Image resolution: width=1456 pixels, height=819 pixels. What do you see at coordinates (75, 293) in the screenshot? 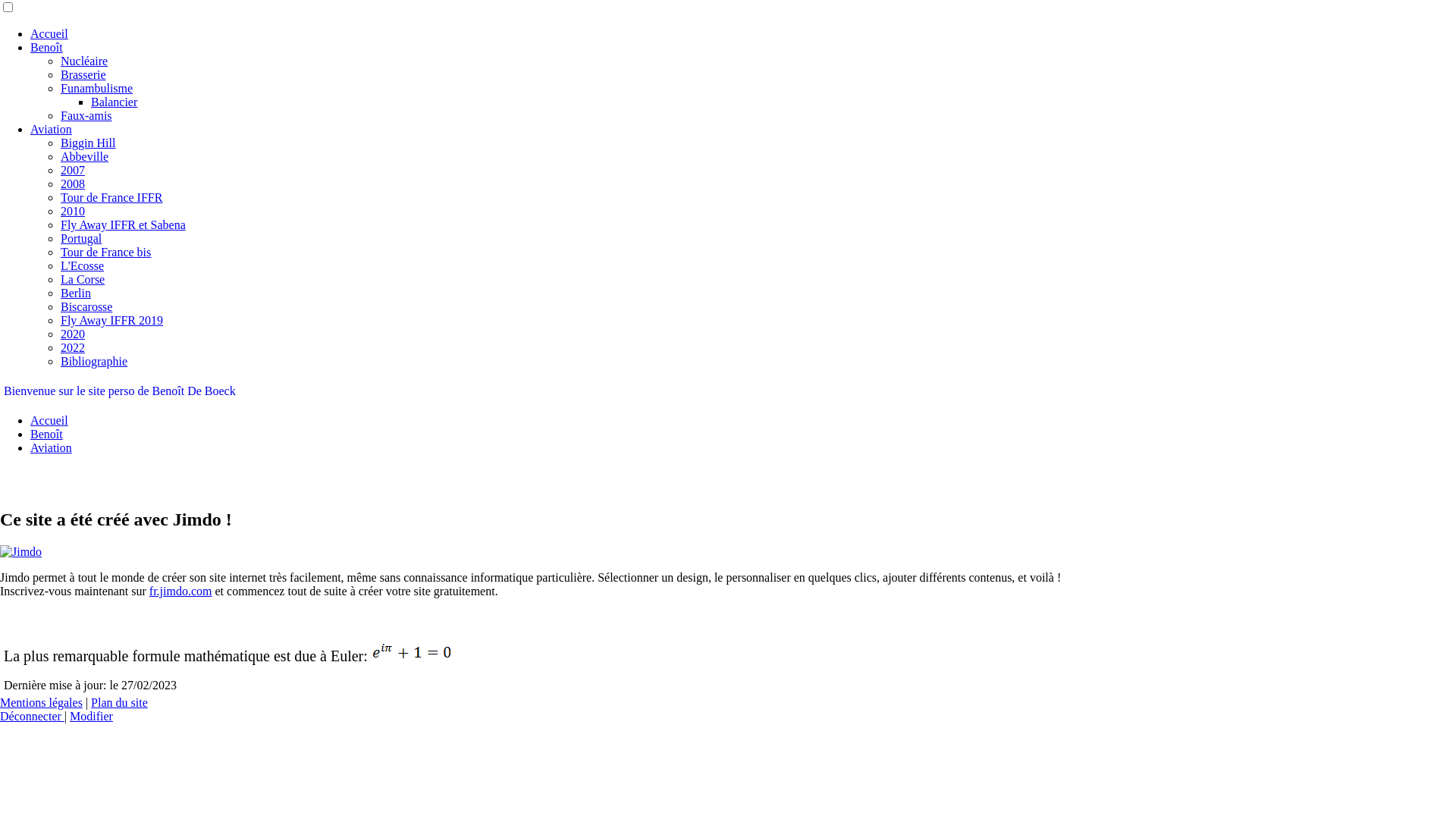
I see `'Berlin'` at bounding box center [75, 293].